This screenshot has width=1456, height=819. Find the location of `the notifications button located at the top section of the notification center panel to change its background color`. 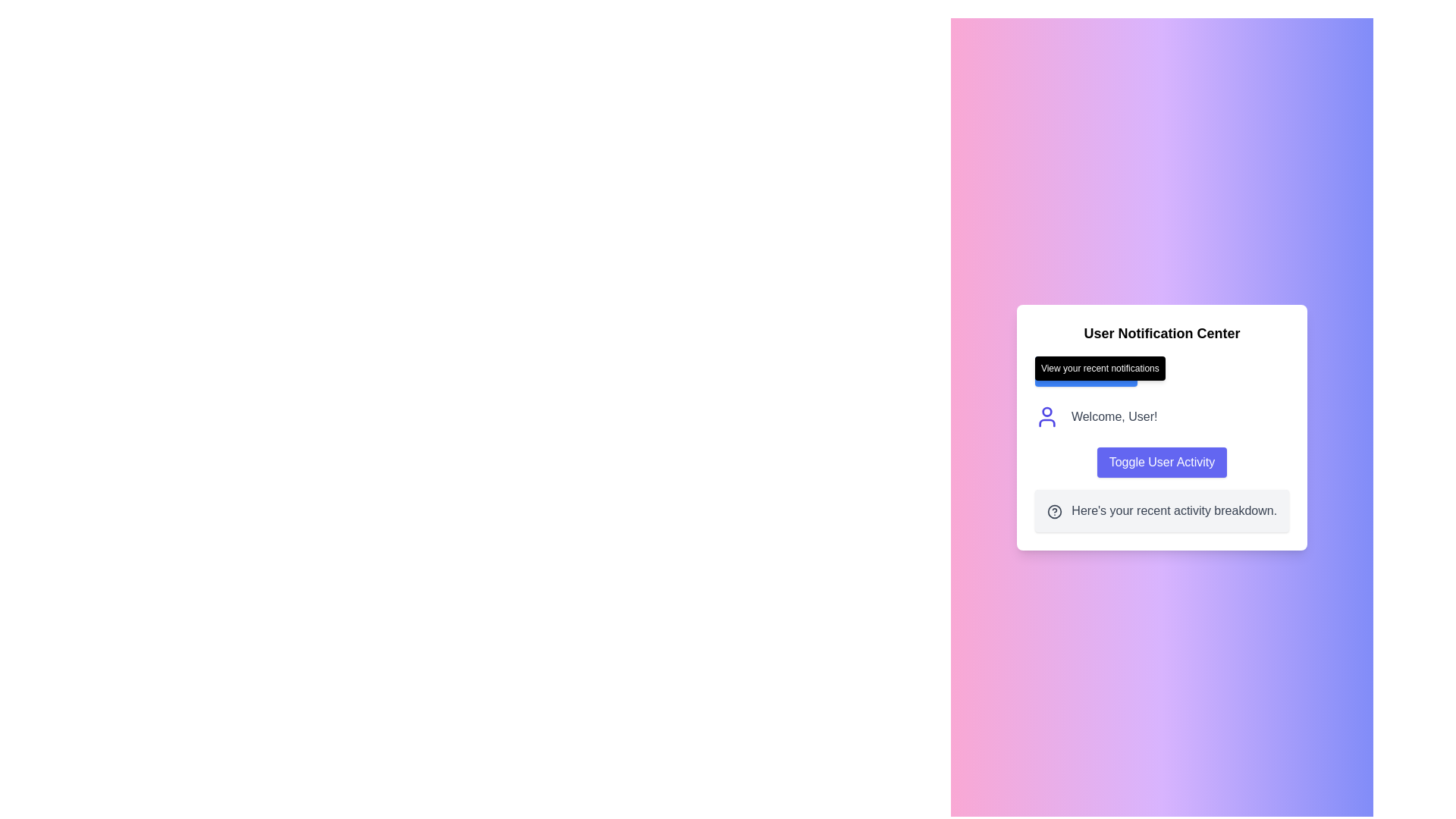

the notifications button located at the top section of the notification center panel to change its background color is located at coordinates (1085, 371).